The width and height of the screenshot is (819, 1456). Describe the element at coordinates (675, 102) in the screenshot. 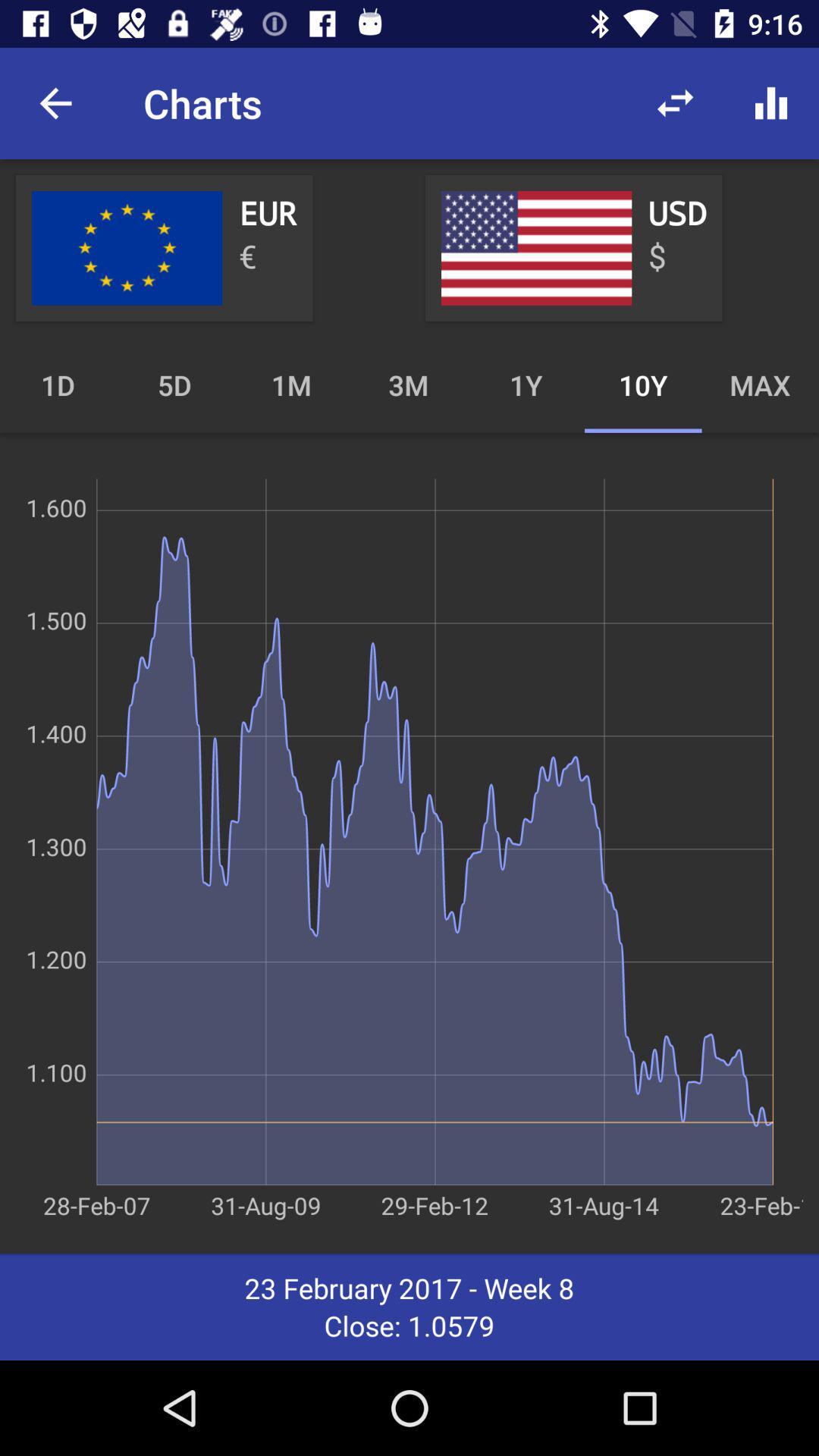

I see `the icon to the right of the charts` at that location.